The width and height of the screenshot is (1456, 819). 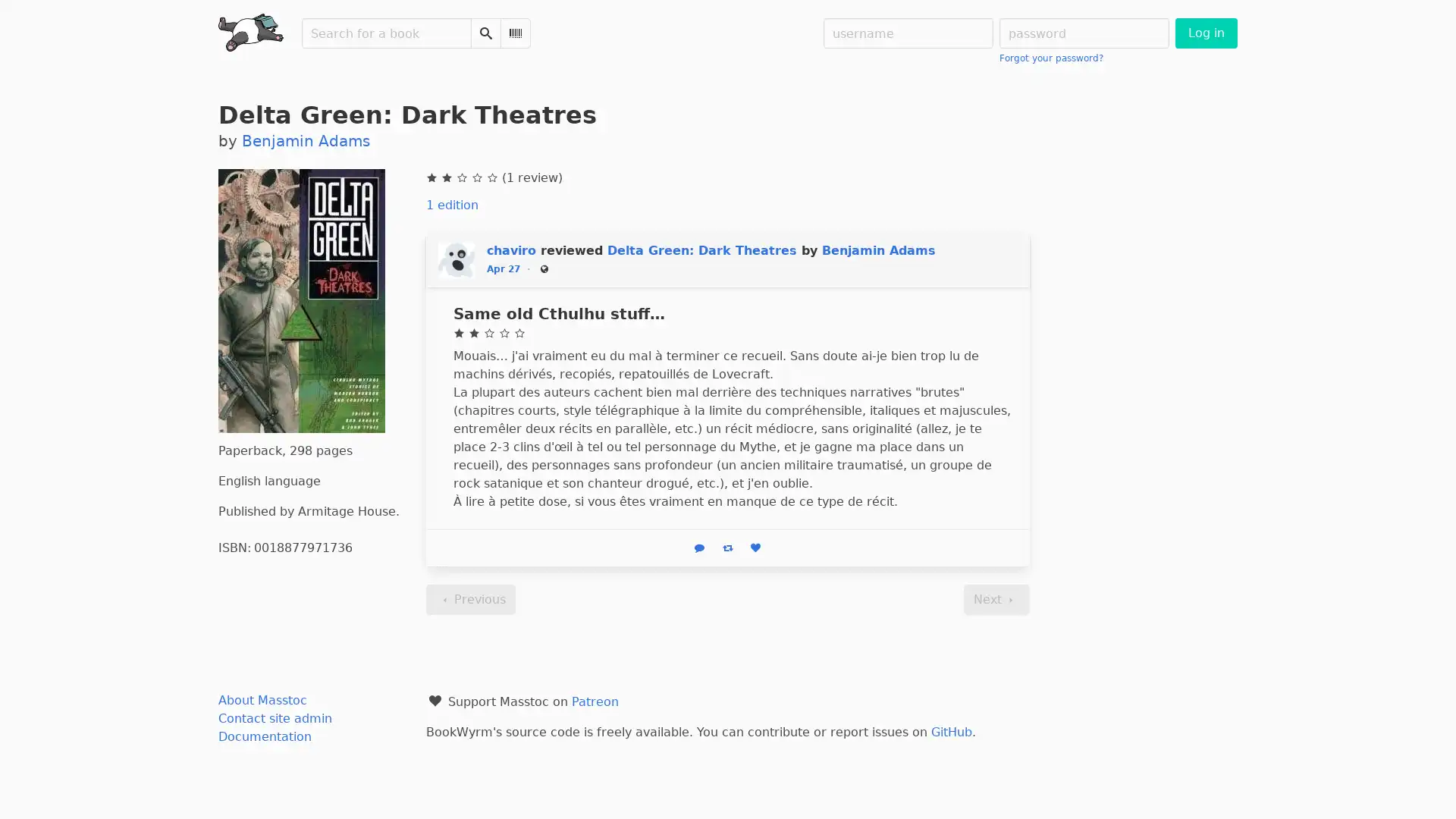 What do you see at coordinates (302, 301) in the screenshot?
I see `Delta Green: Dark Theatres (Paperback, Armitage House) Click to enlarge` at bounding box center [302, 301].